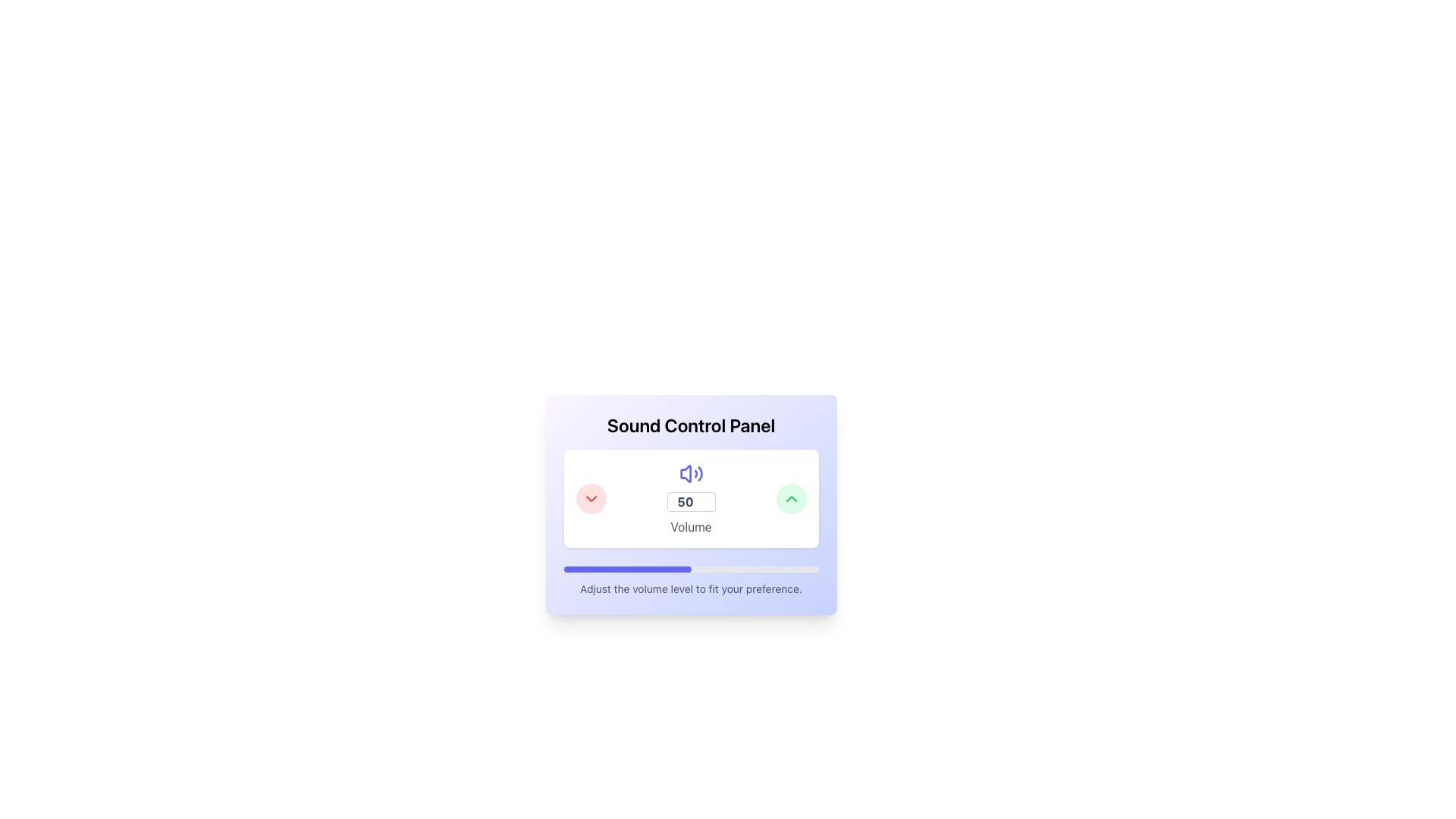 The height and width of the screenshot is (819, 1456). I want to click on the circular green button with an upward chevron icon located in the top-right part of the white box, adjacent to the 'Volume' input field, to increase the volume, so click(790, 499).